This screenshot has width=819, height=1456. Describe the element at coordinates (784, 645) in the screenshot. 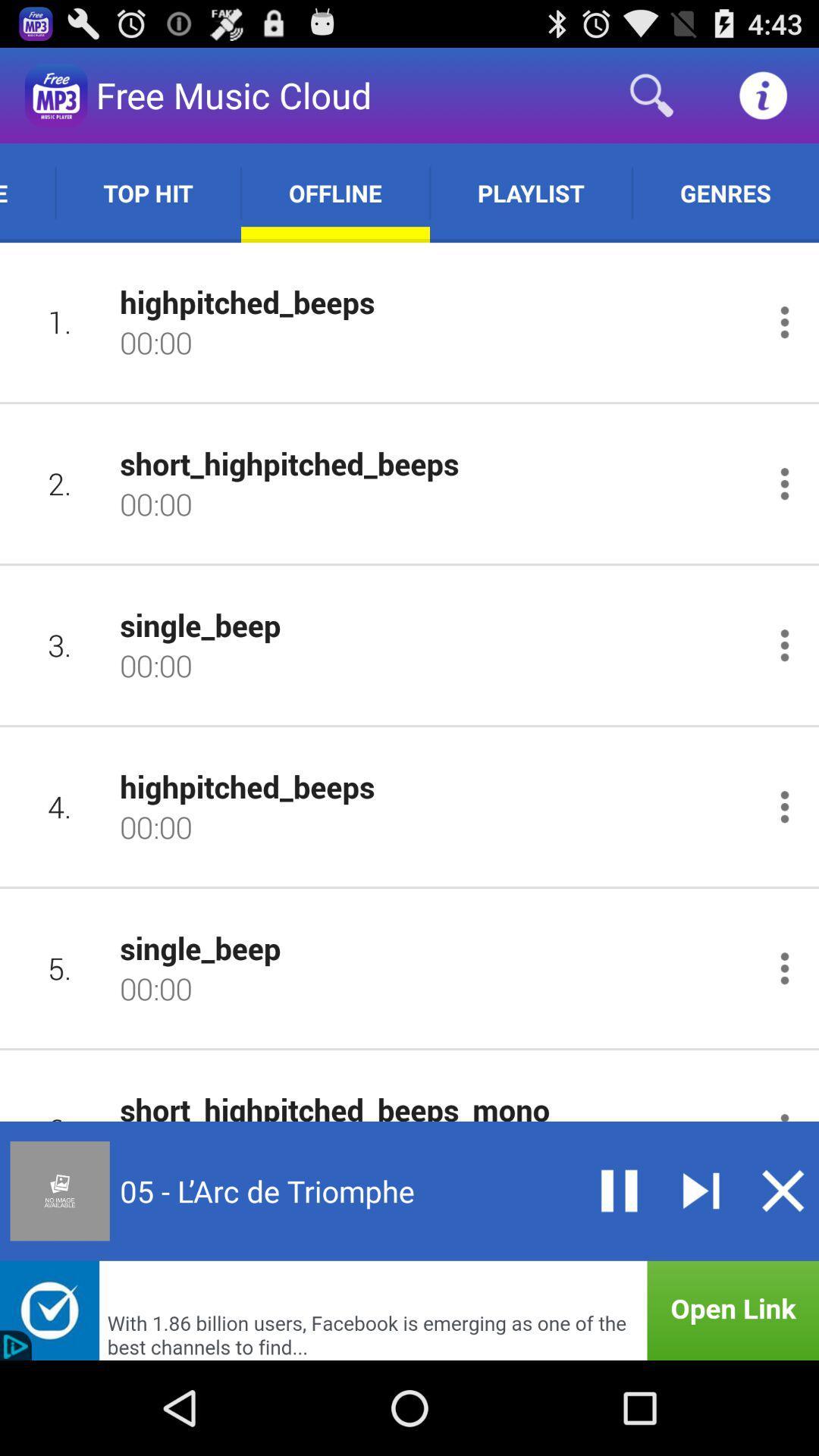

I see `other options` at that location.